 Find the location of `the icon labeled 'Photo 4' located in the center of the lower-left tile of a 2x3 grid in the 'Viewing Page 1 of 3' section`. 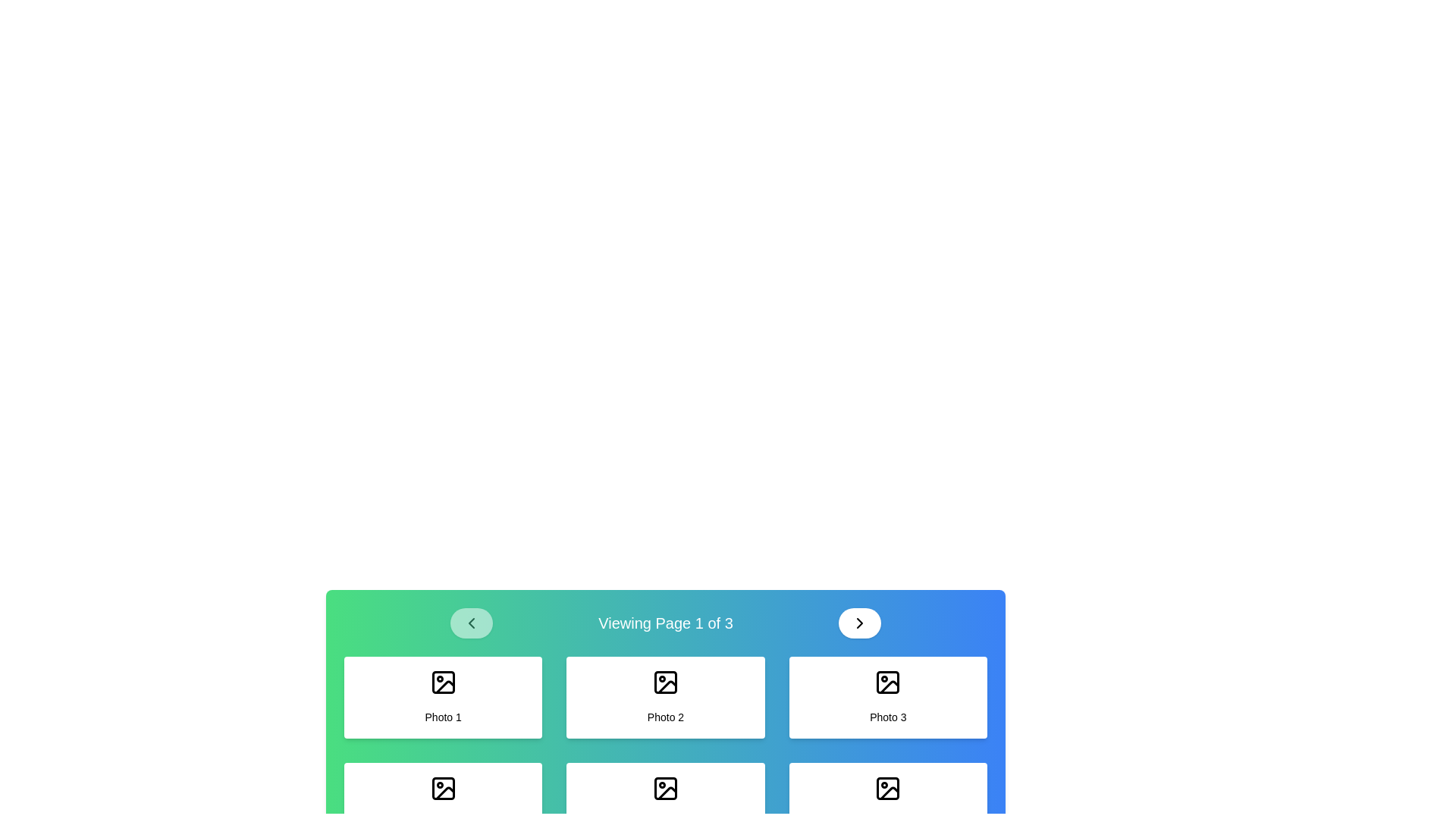

the icon labeled 'Photo 4' located in the center of the lower-left tile of a 2x3 grid in the 'Viewing Page 1 of 3' section is located at coordinates (442, 788).